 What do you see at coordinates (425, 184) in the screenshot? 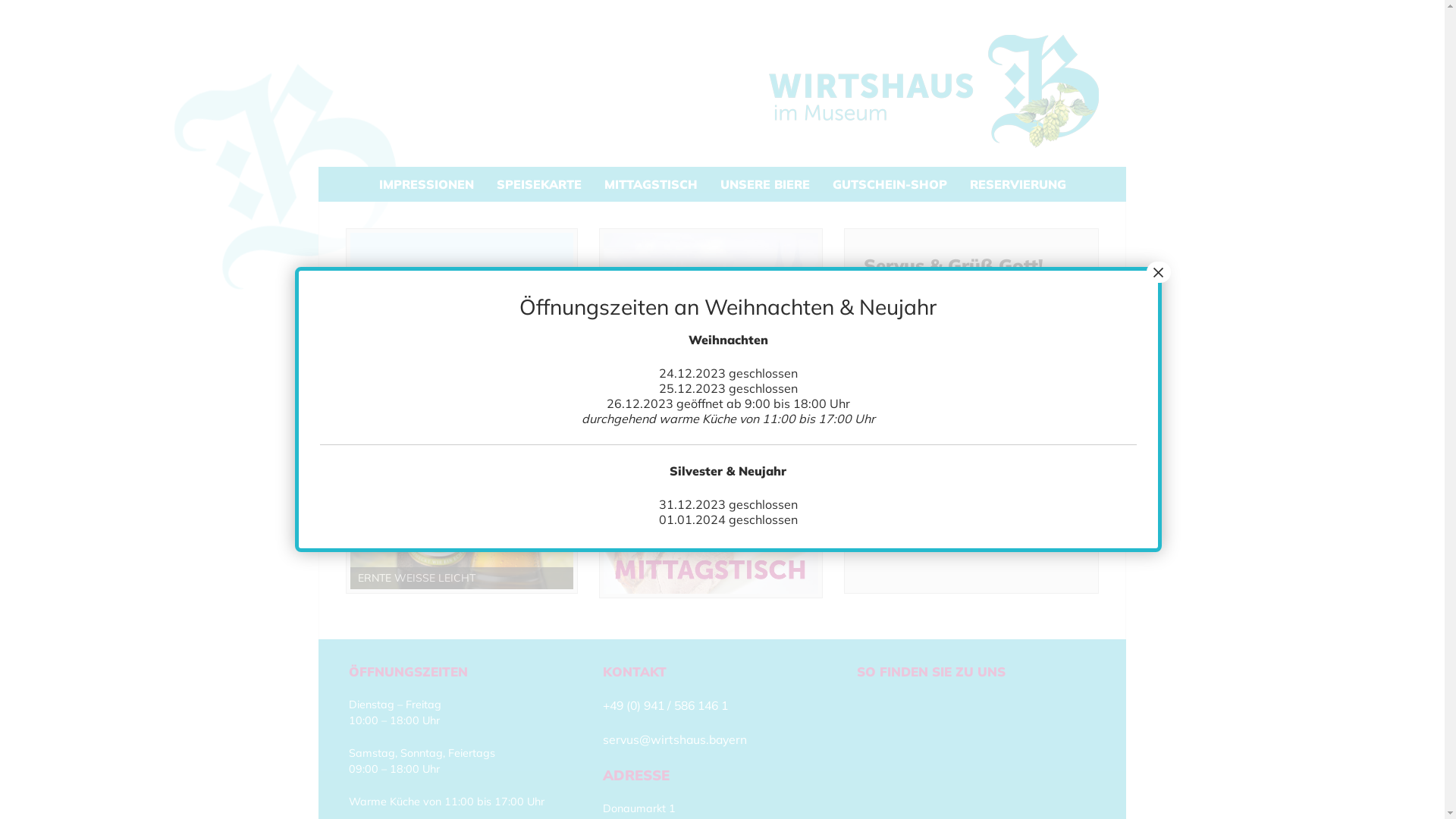
I see `'IMPRESSIONEN'` at bounding box center [425, 184].